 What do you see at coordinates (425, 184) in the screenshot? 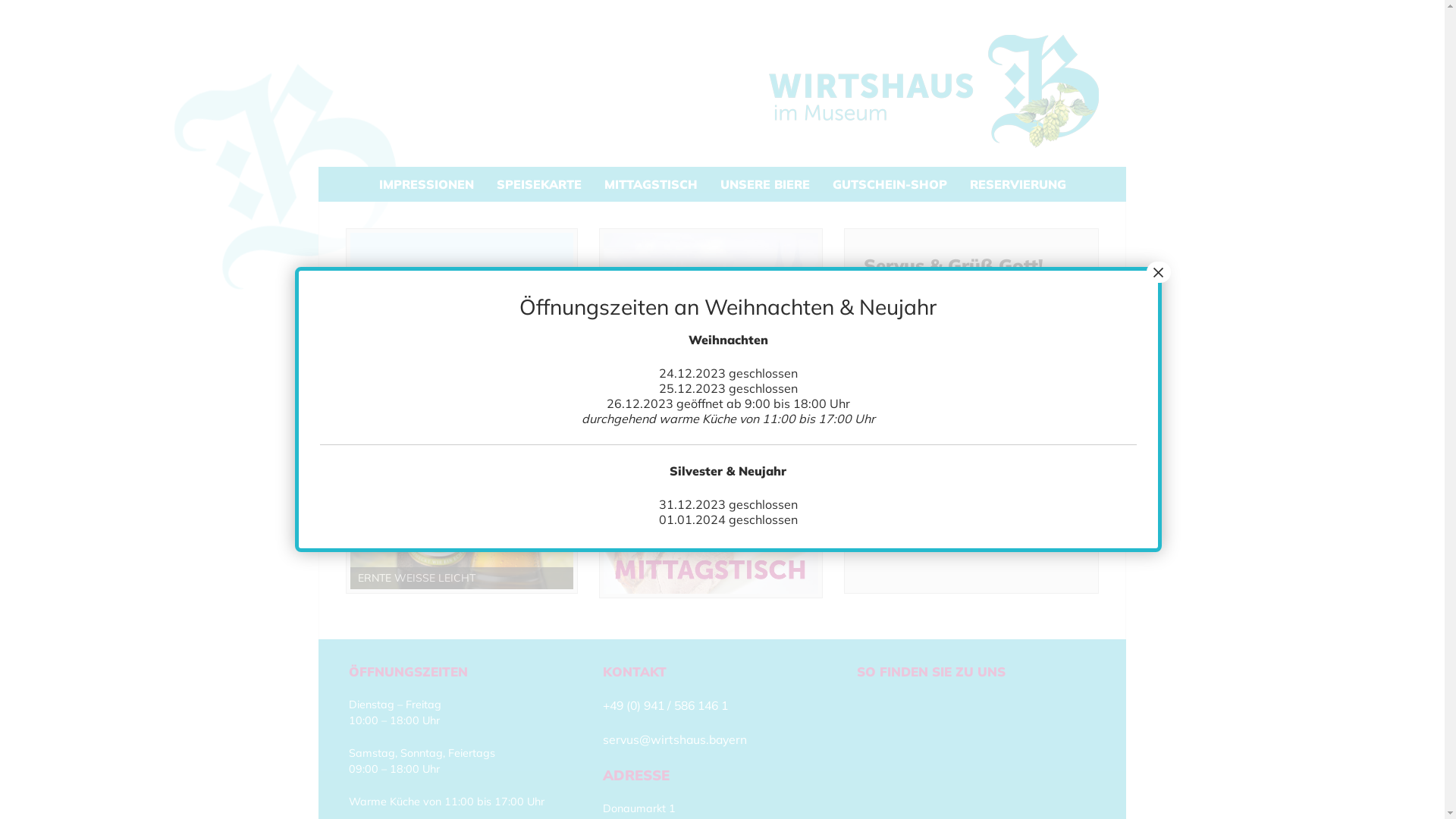
I see `'IMPRESSIONEN'` at bounding box center [425, 184].